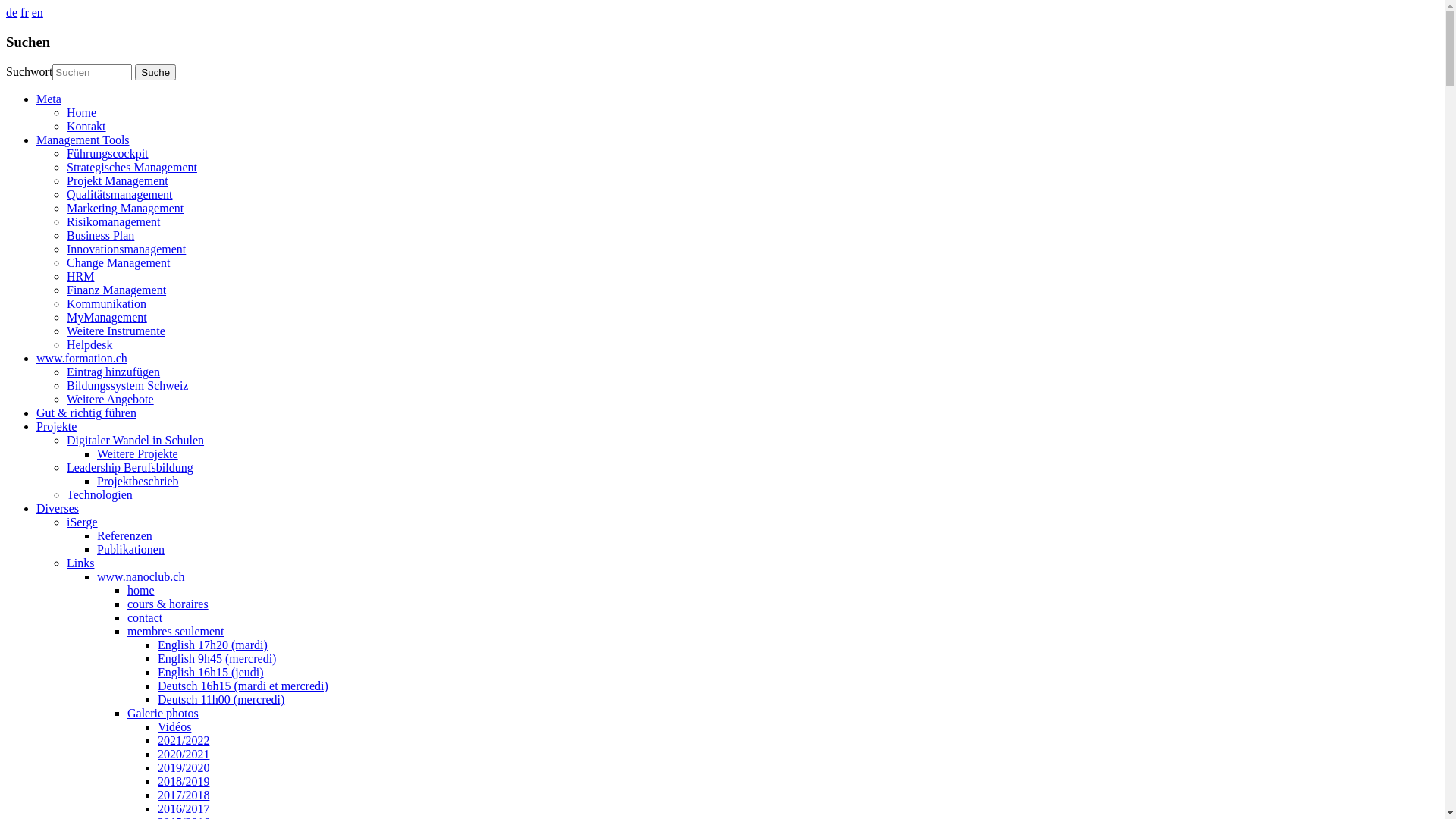  Describe the element at coordinates (175, 631) in the screenshot. I see `'membres seulement'` at that location.